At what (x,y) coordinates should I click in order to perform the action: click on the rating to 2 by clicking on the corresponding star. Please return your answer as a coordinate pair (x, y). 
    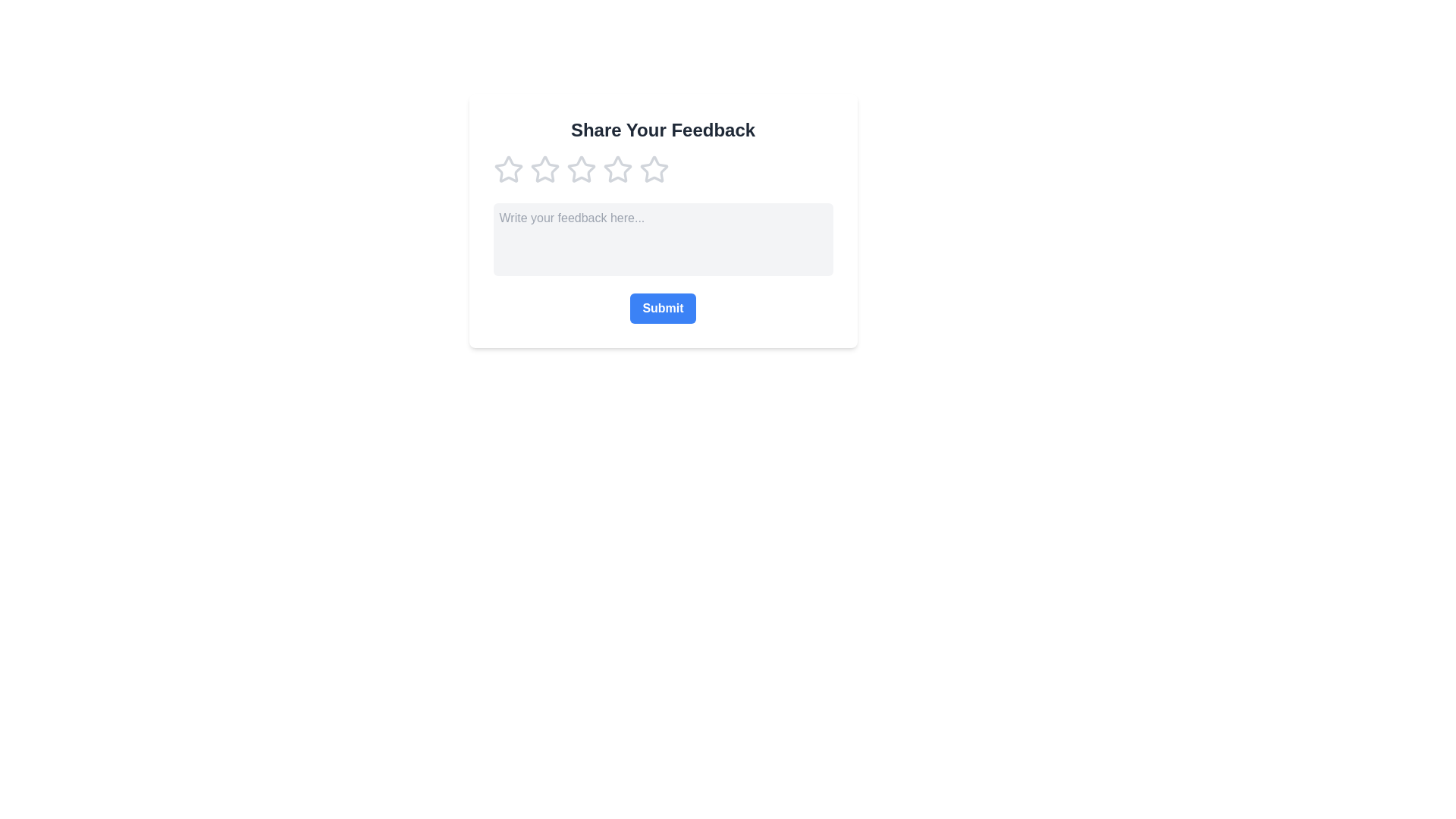
    Looking at the image, I should click on (544, 169).